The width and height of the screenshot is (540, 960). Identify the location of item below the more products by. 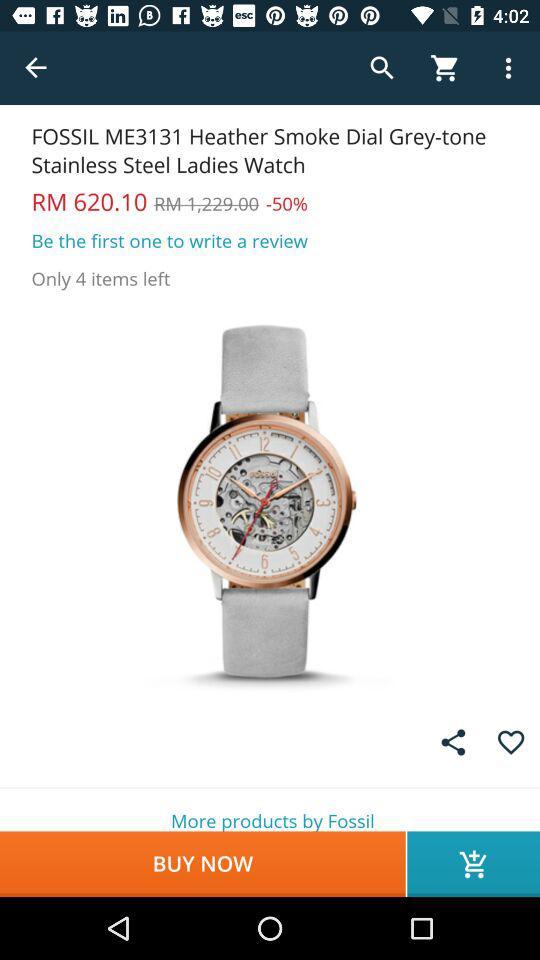
(472, 863).